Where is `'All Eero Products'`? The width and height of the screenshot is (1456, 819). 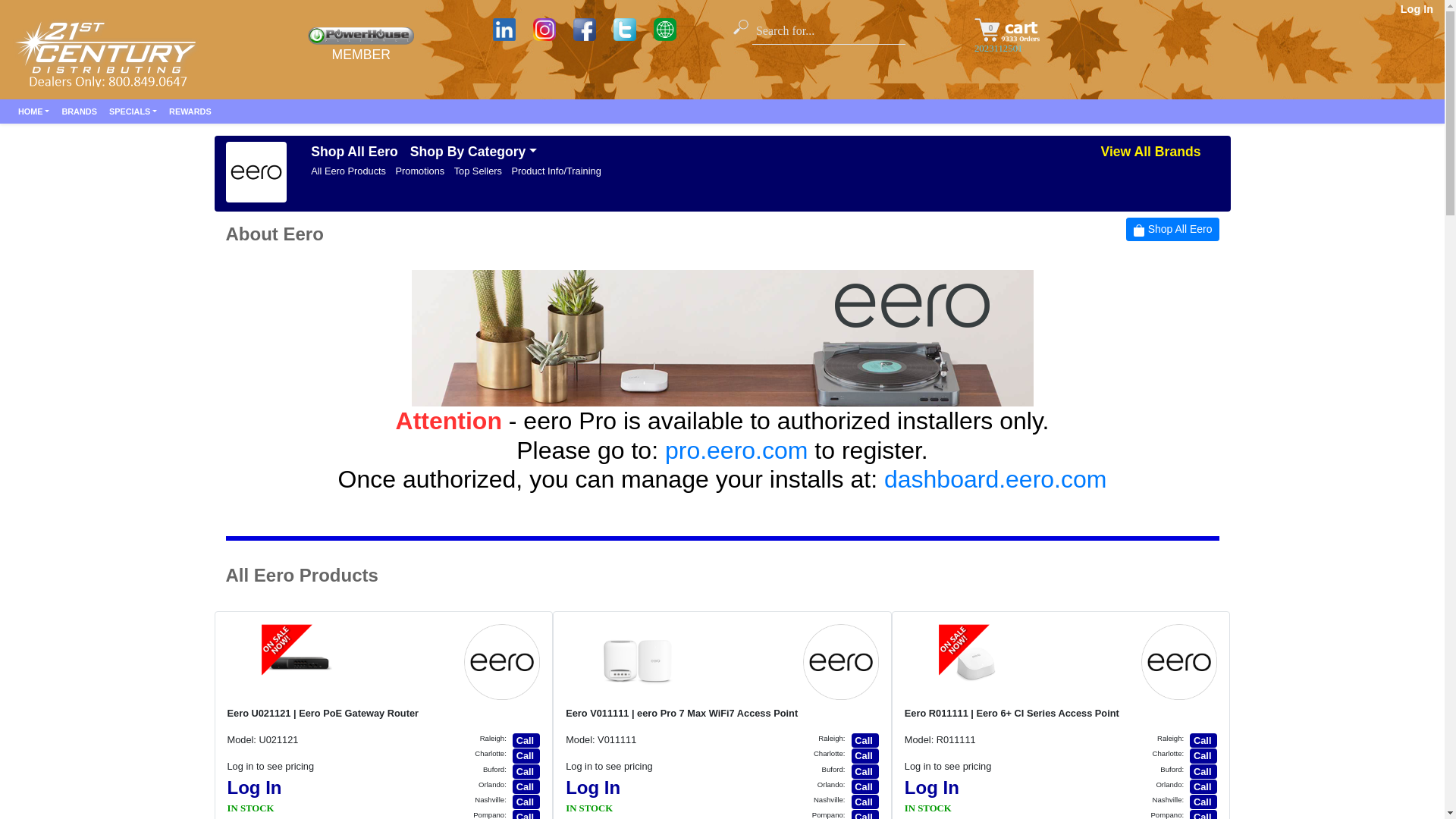
'All Eero Products' is located at coordinates (347, 171).